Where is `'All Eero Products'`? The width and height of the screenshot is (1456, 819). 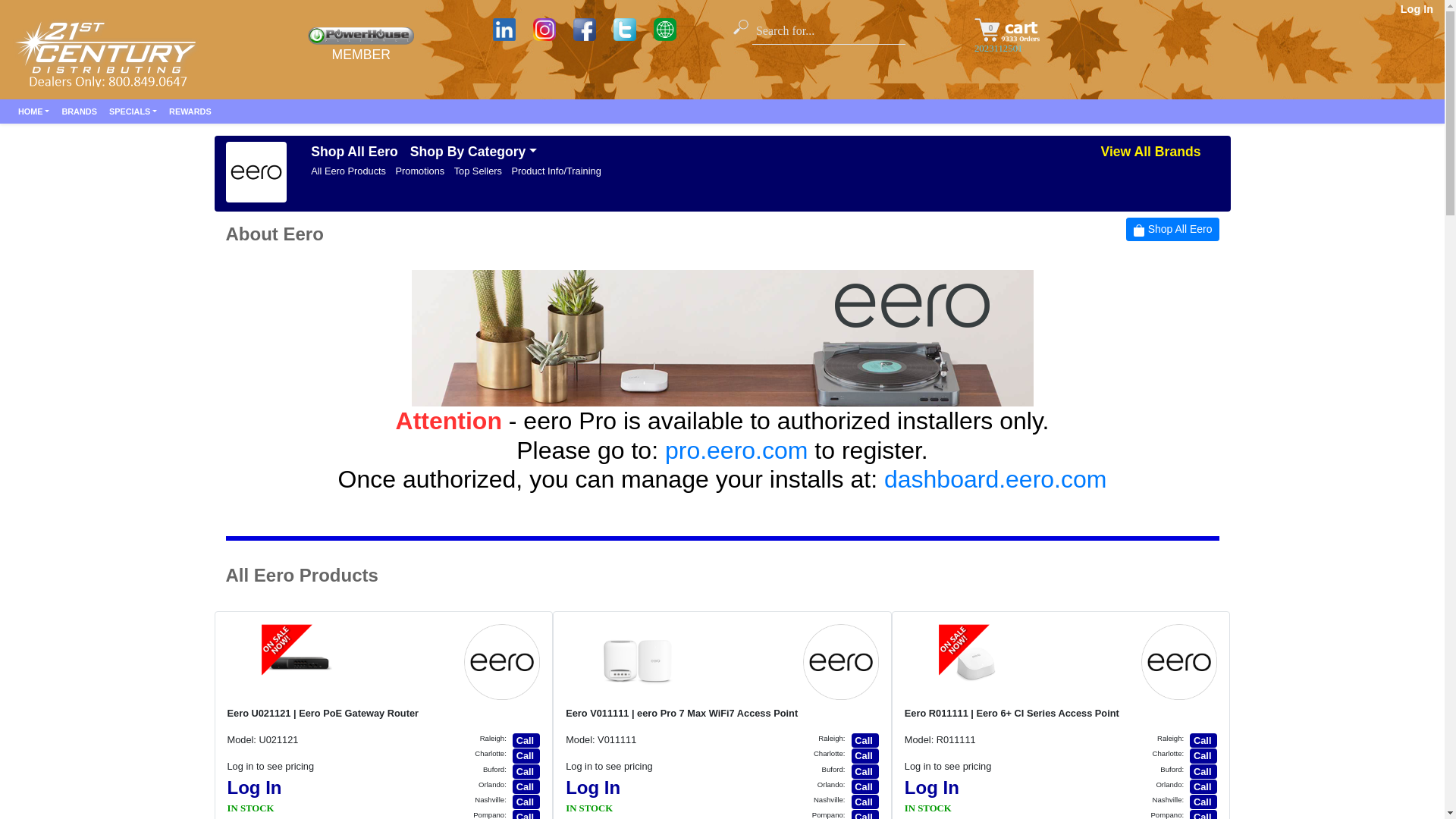
'All Eero Products' is located at coordinates (347, 171).